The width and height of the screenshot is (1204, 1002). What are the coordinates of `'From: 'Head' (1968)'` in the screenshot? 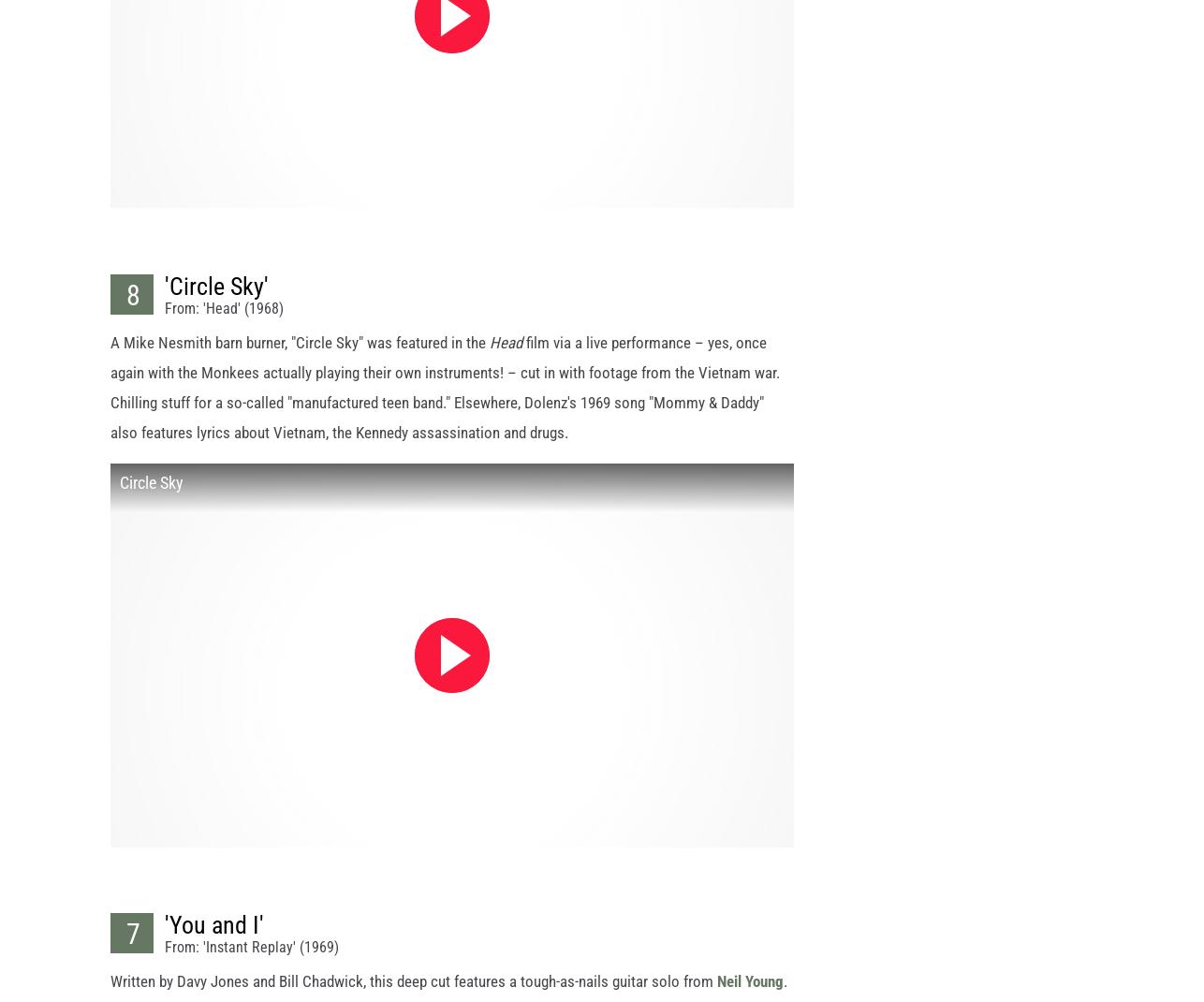 It's located at (224, 324).